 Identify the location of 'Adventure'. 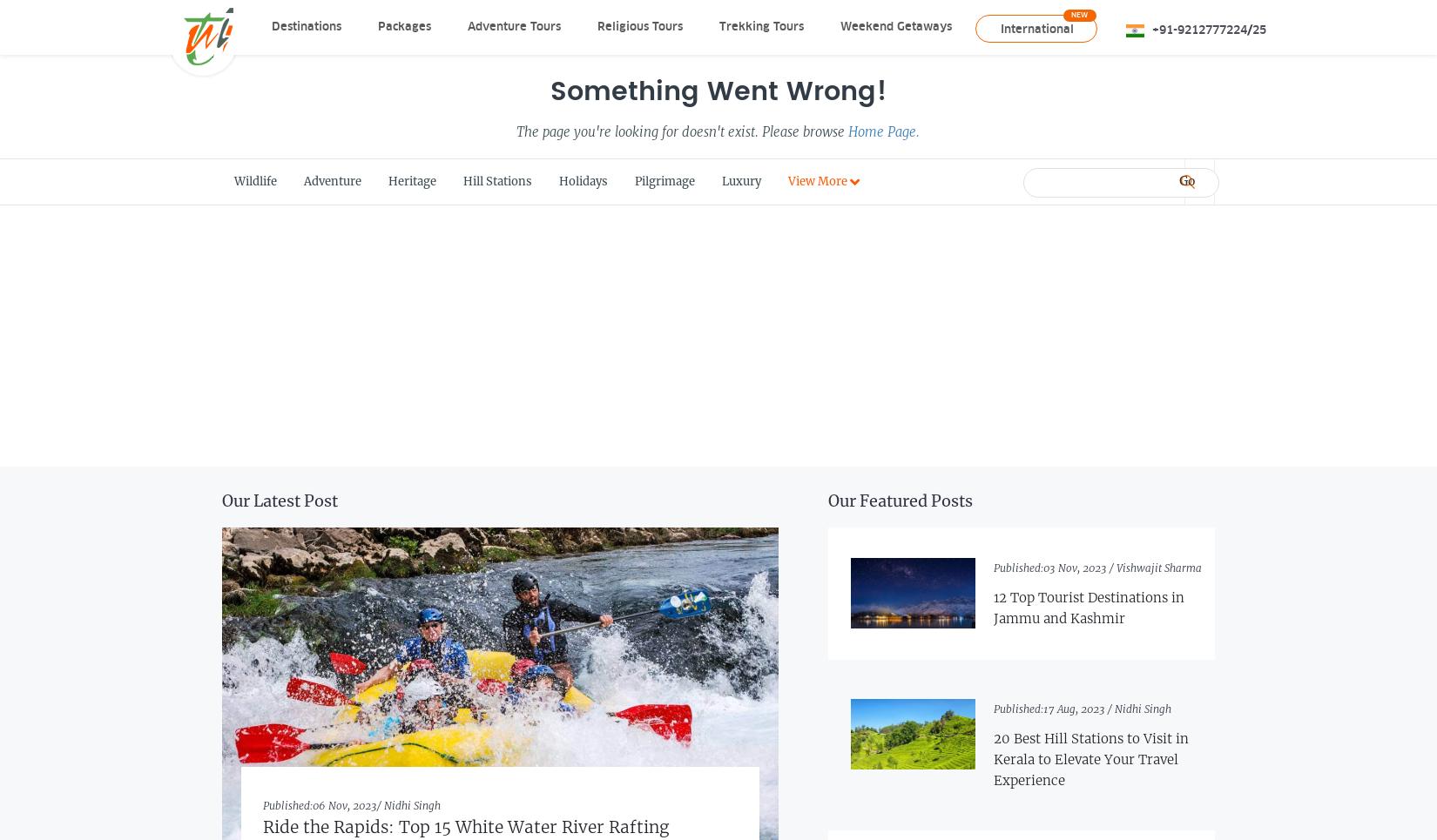
(332, 181).